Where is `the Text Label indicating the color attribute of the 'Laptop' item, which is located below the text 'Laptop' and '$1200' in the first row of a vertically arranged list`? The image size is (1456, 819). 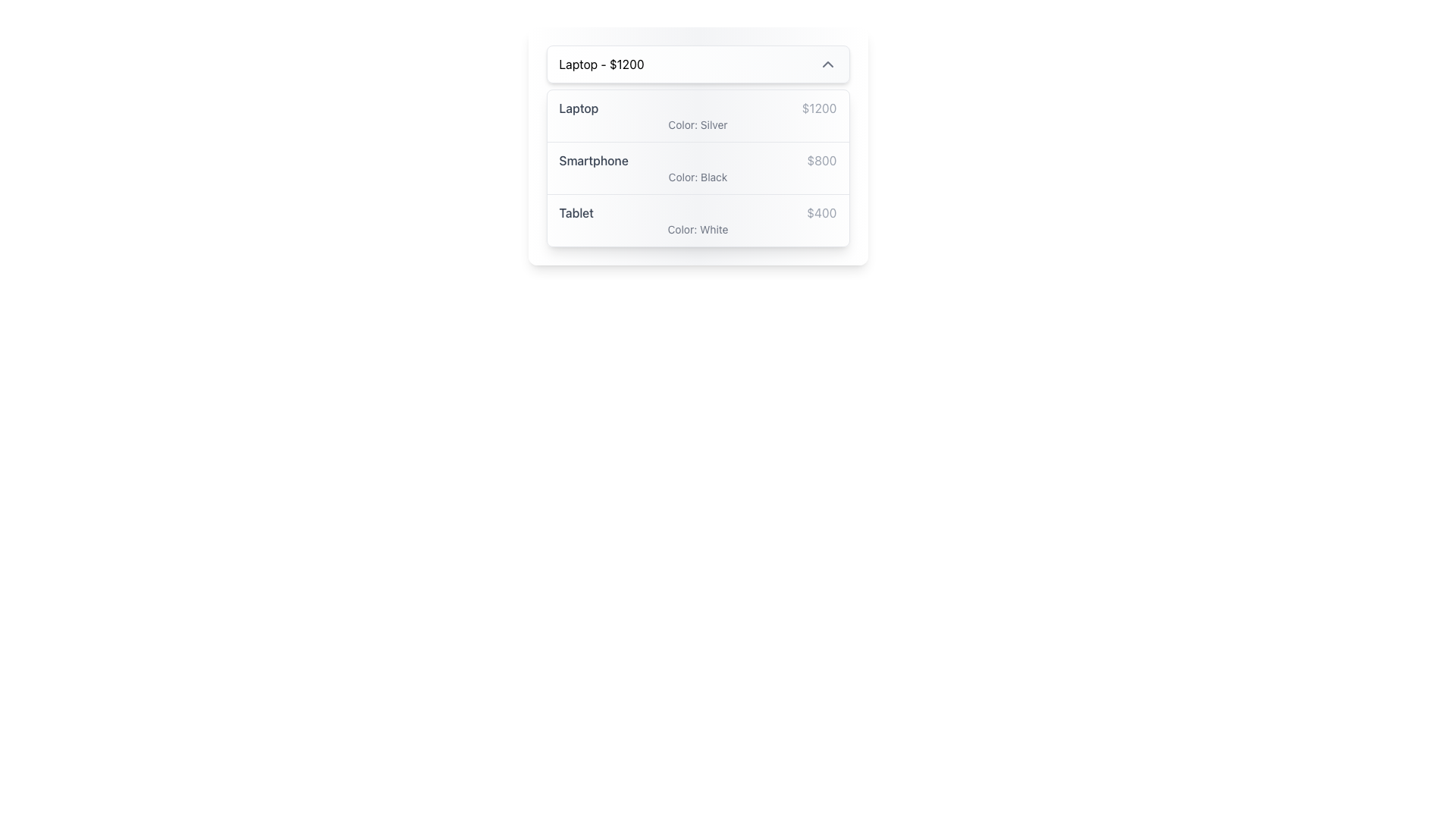
the Text Label indicating the color attribute of the 'Laptop' item, which is located below the text 'Laptop' and '$1200' in the first row of a vertically arranged list is located at coordinates (697, 124).